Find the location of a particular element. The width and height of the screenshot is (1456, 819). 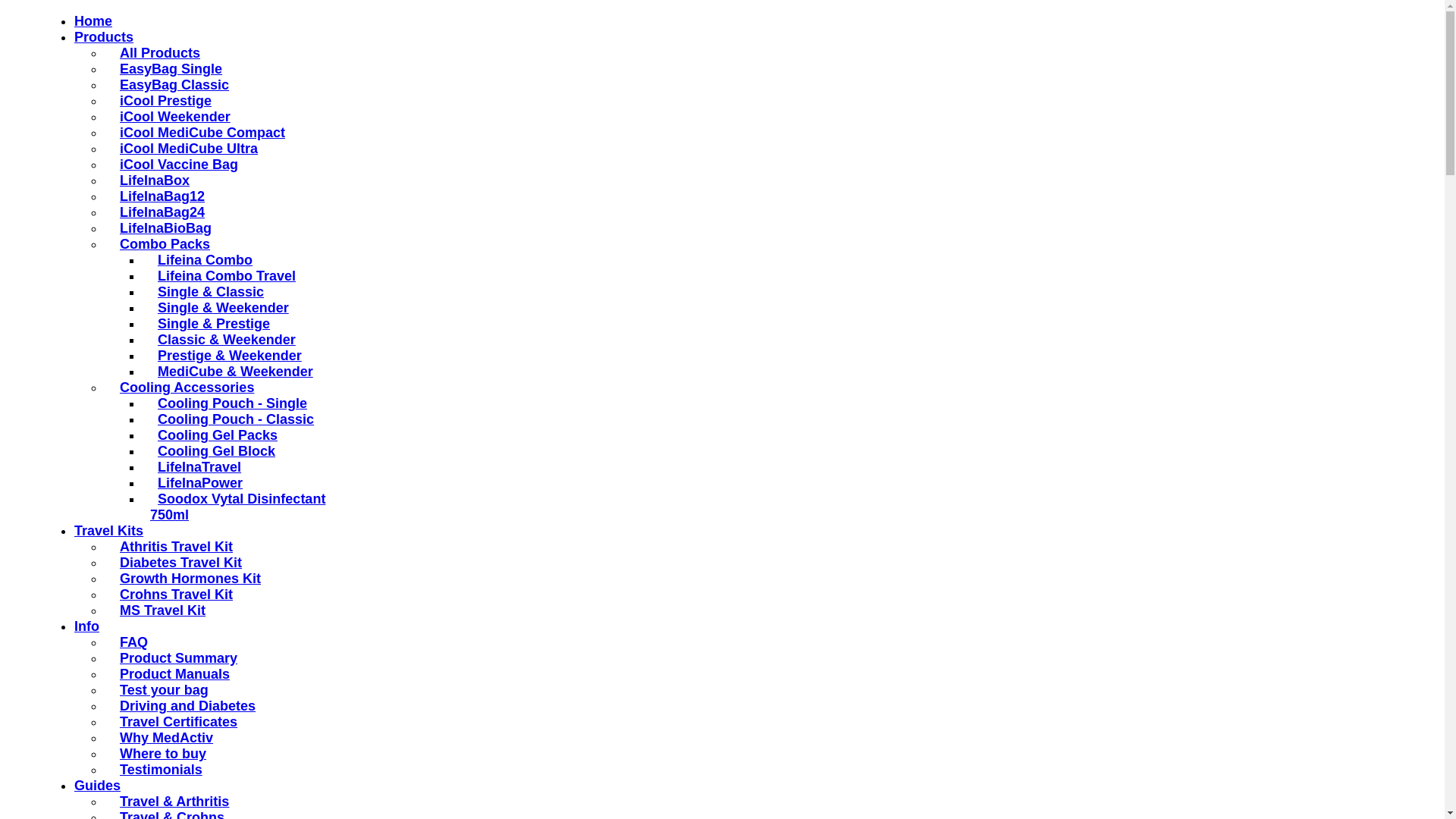

'Athritis Travel Kit' is located at coordinates (111, 547).